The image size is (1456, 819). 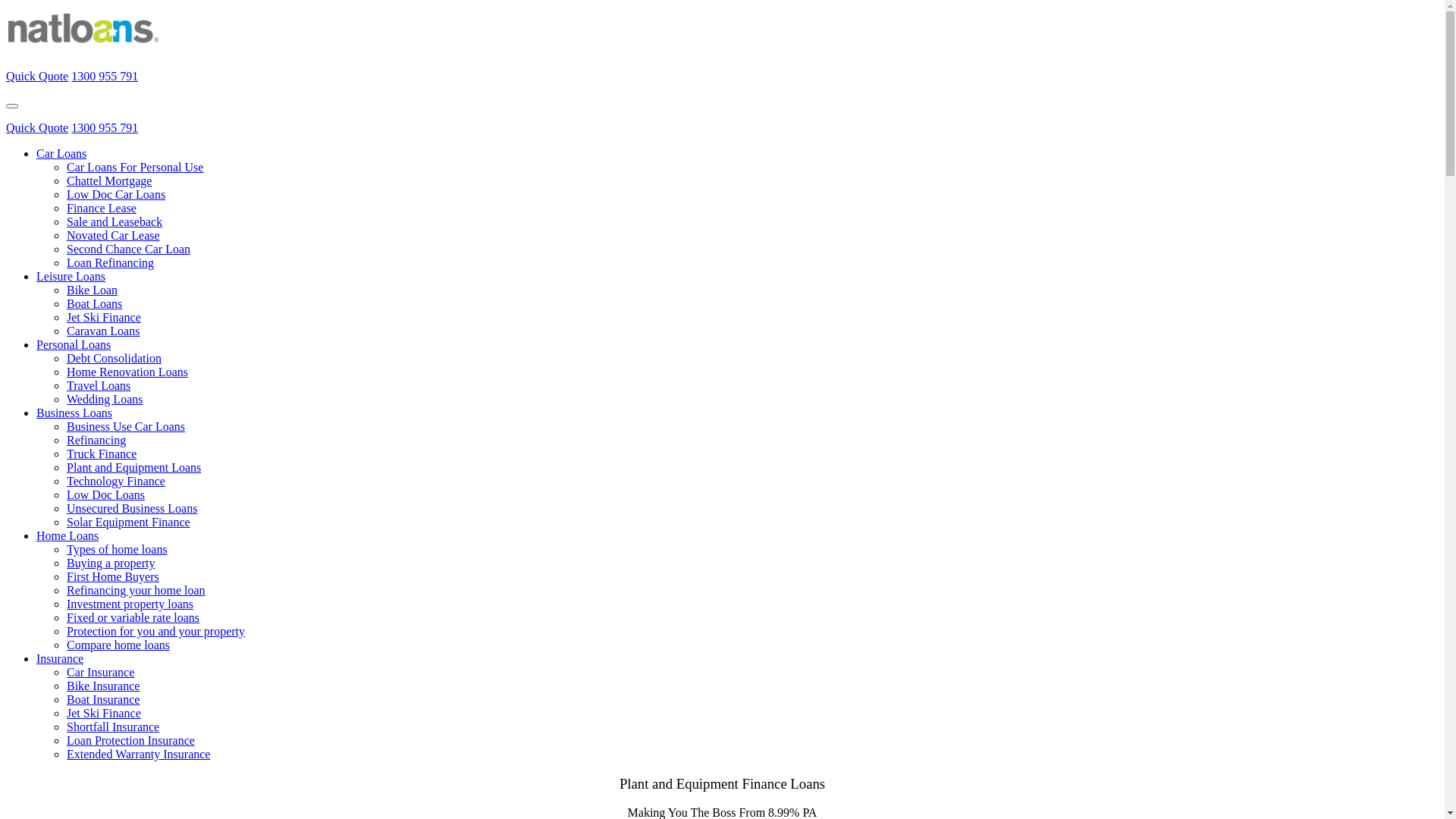 What do you see at coordinates (116, 549) in the screenshot?
I see `'Types of home loans'` at bounding box center [116, 549].